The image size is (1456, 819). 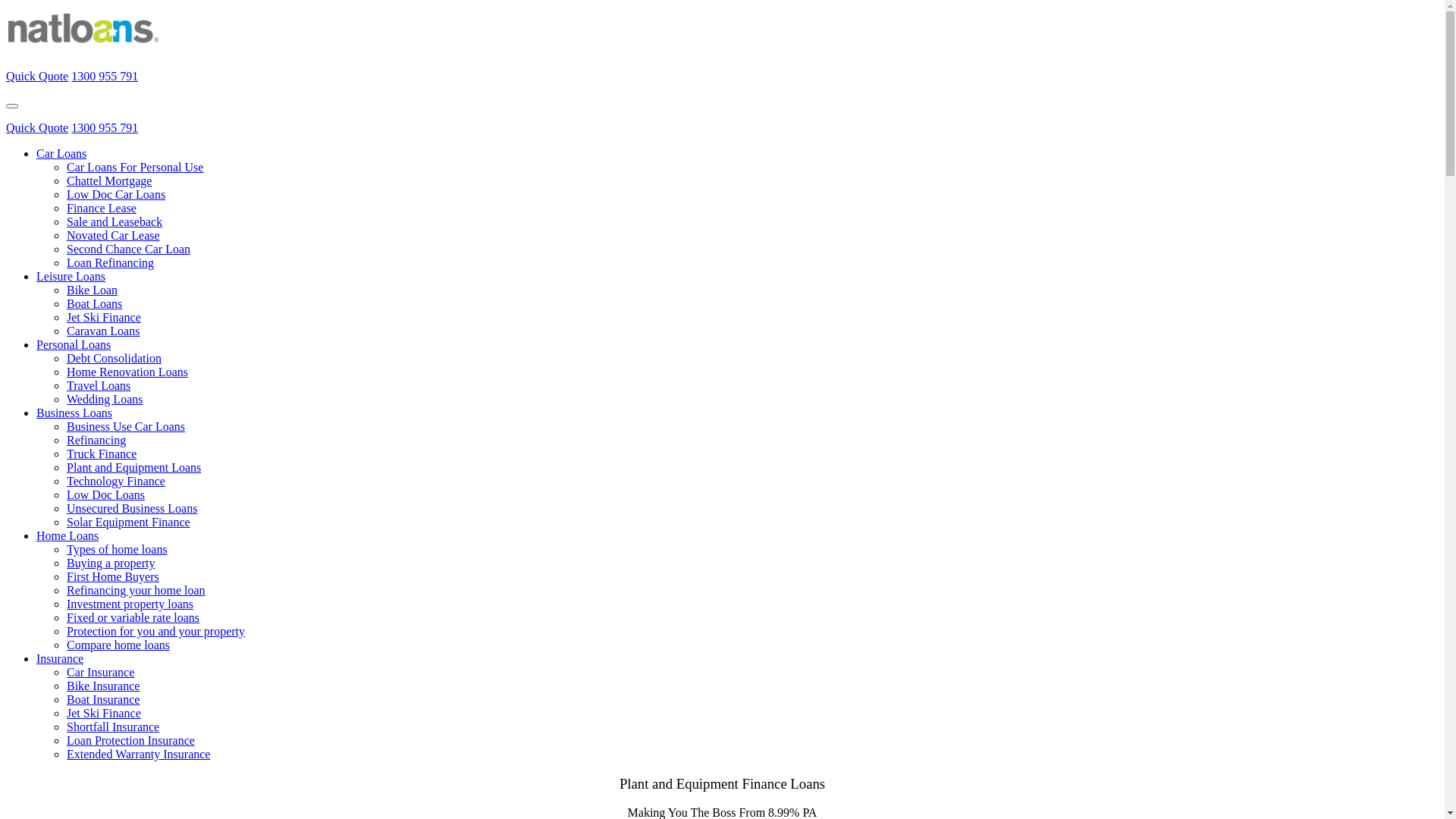 What do you see at coordinates (116, 549) in the screenshot?
I see `'Types of home loans'` at bounding box center [116, 549].